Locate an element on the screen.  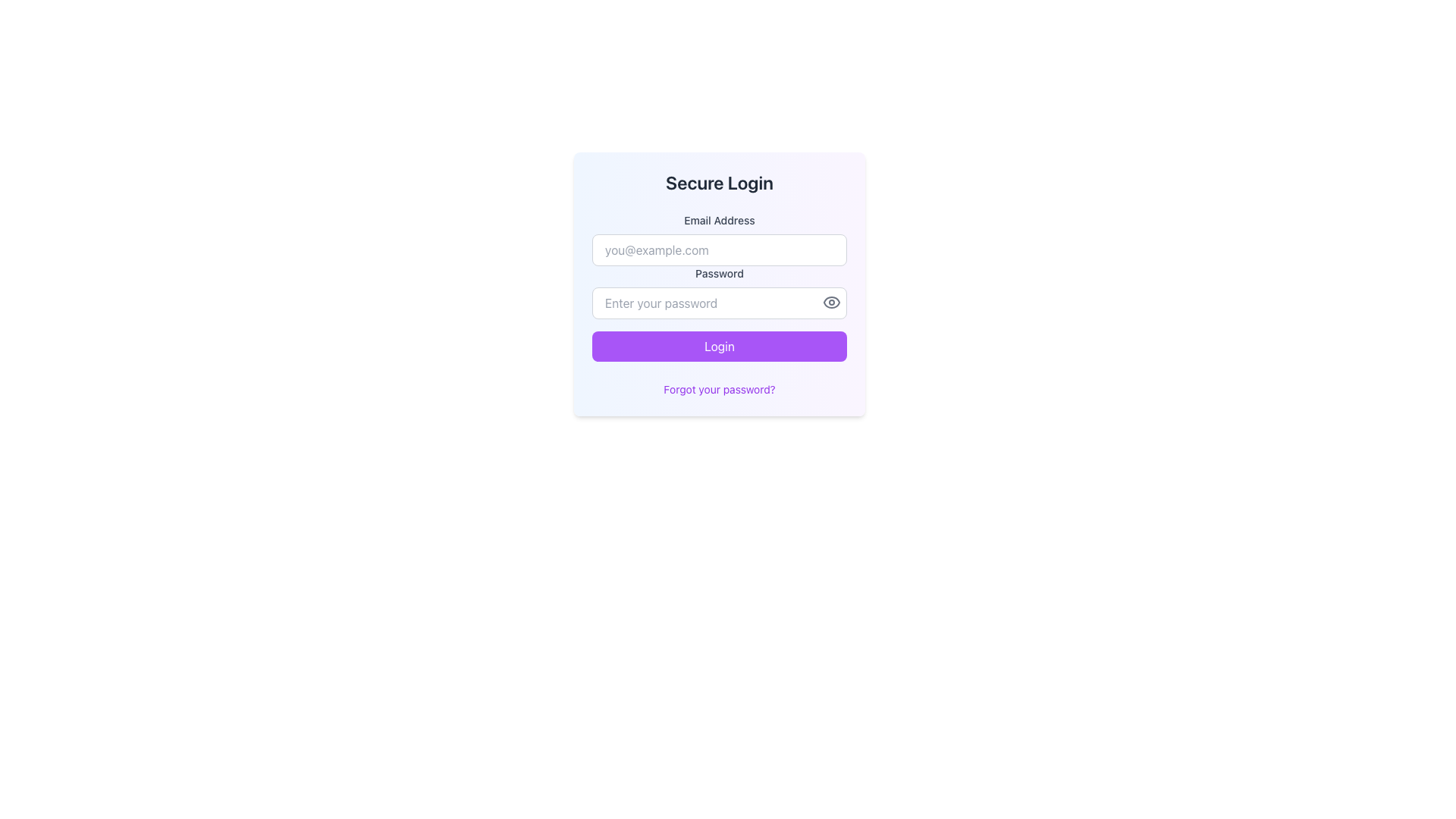
the hyperlink located directly below the 'Login' button is located at coordinates (719, 388).